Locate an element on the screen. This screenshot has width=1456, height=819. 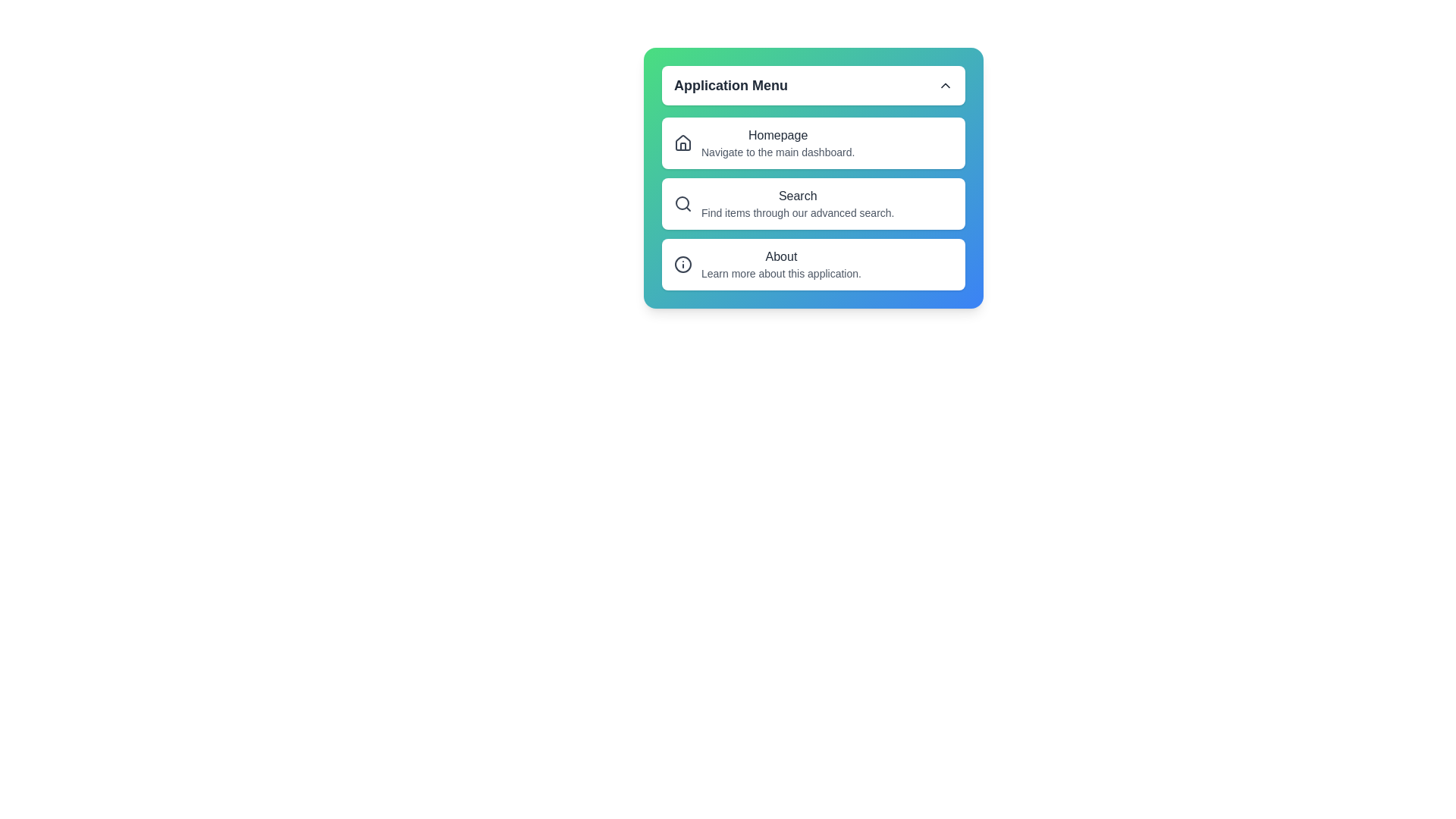
the 'Homepage' menu option in the menu is located at coordinates (813, 143).